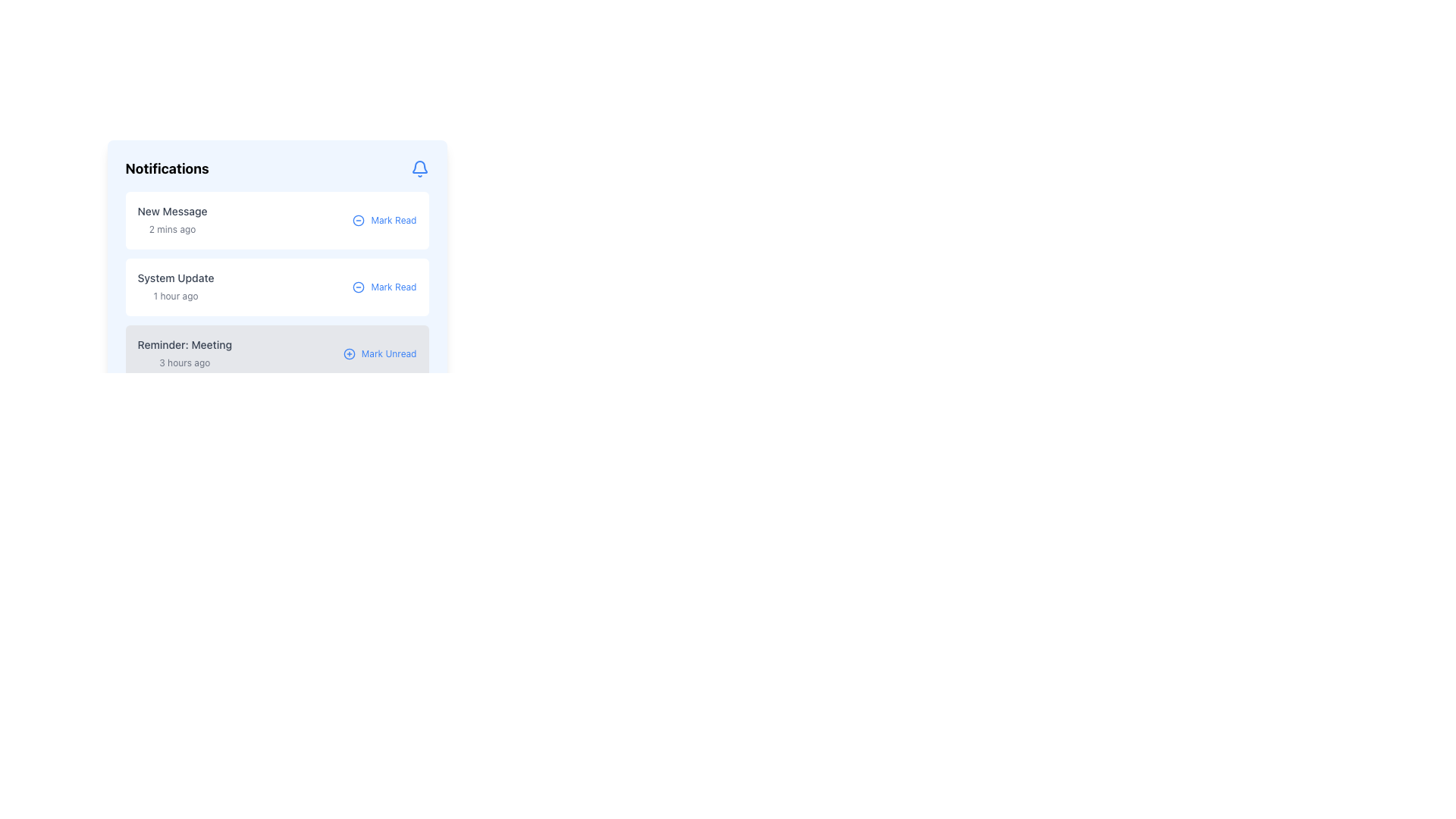  I want to click on the notification bell icon located at the top-right corner of the notification panel, which visually represents alerts or updates, so click(419, 167).